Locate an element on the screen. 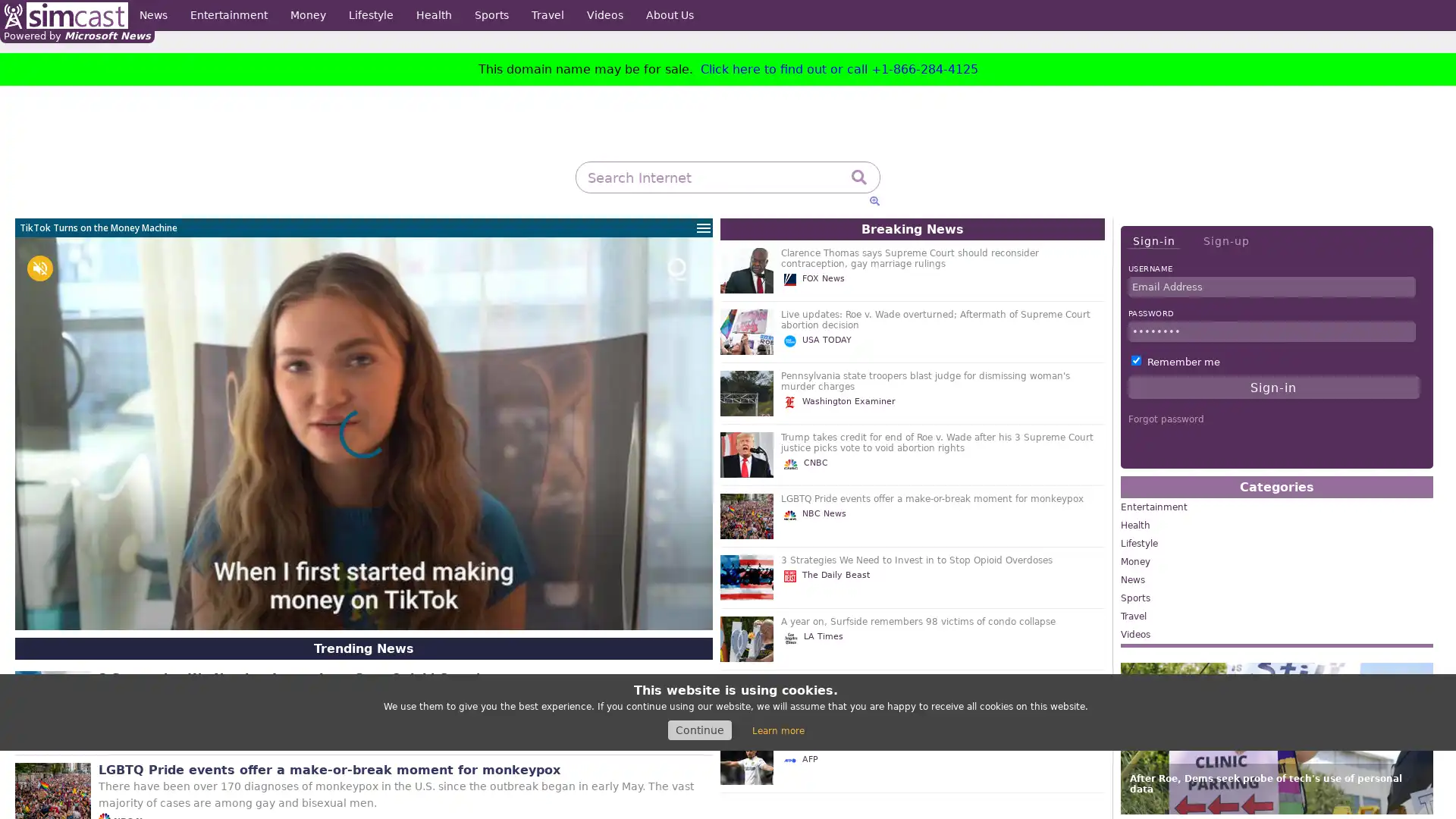  Sign-in is located at coordinates (1273, 386).